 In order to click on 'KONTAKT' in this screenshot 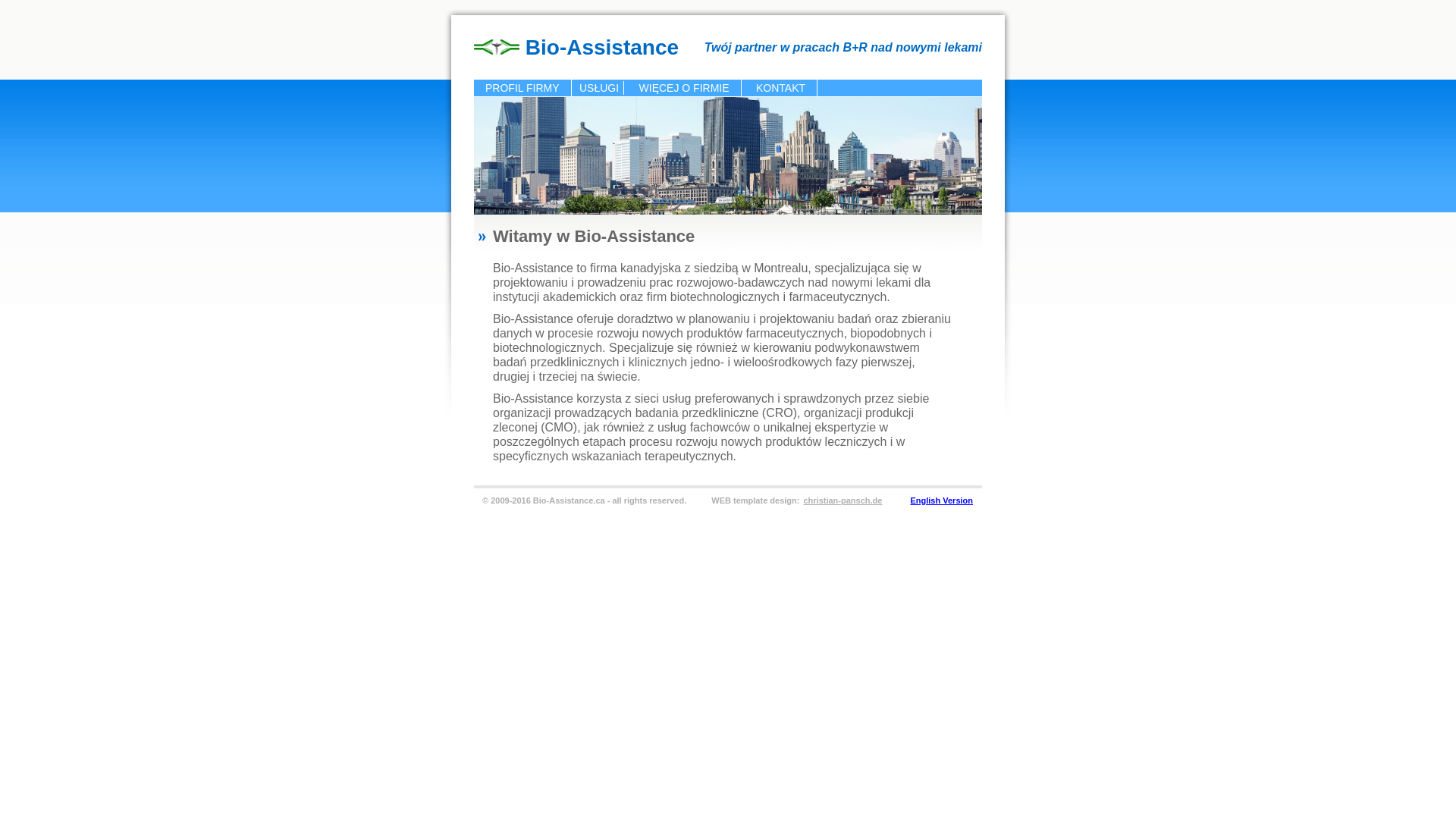, I will do `click(781, 87)`.